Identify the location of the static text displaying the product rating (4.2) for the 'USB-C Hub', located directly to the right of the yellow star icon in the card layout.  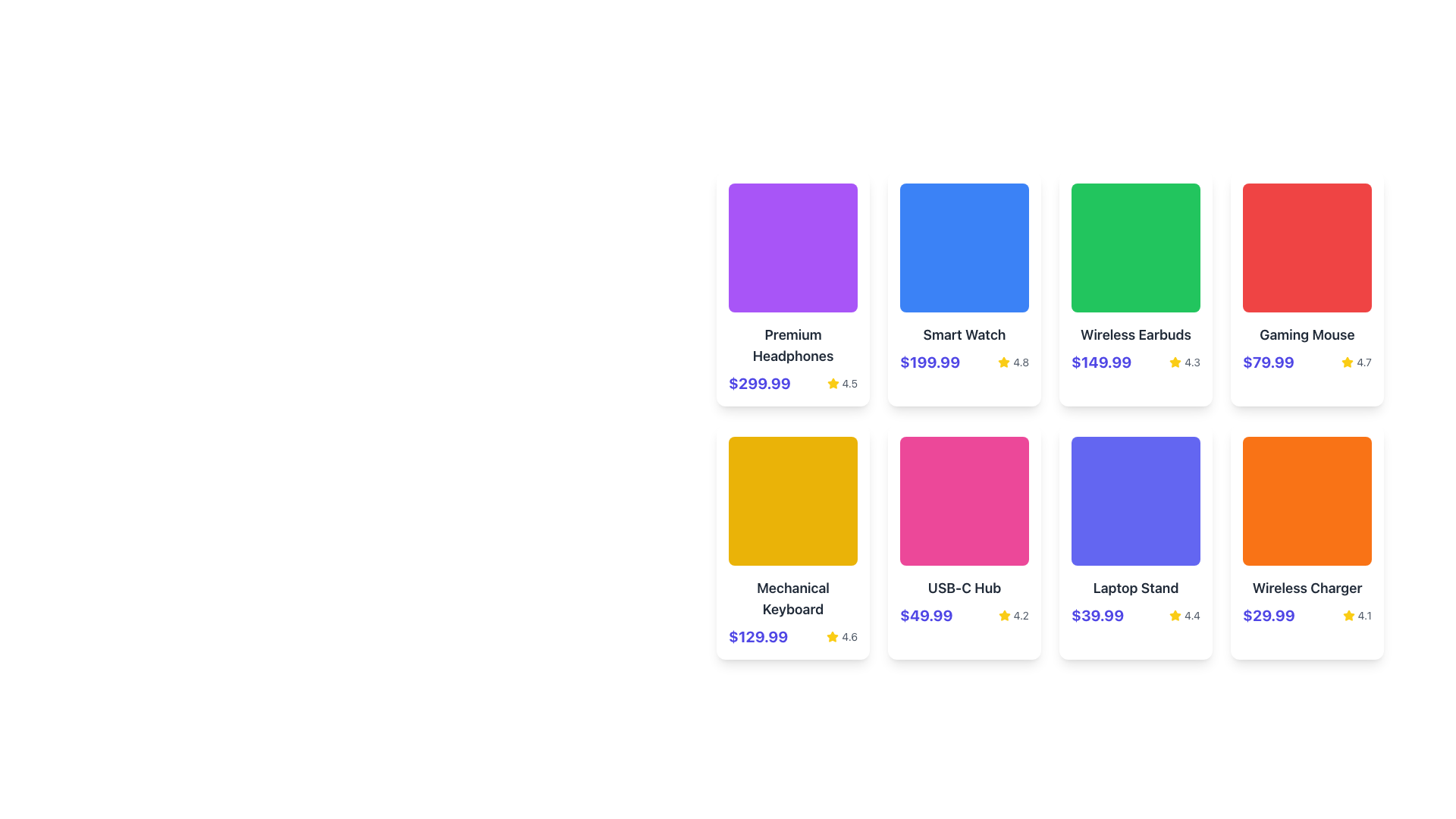
(1021, 616).